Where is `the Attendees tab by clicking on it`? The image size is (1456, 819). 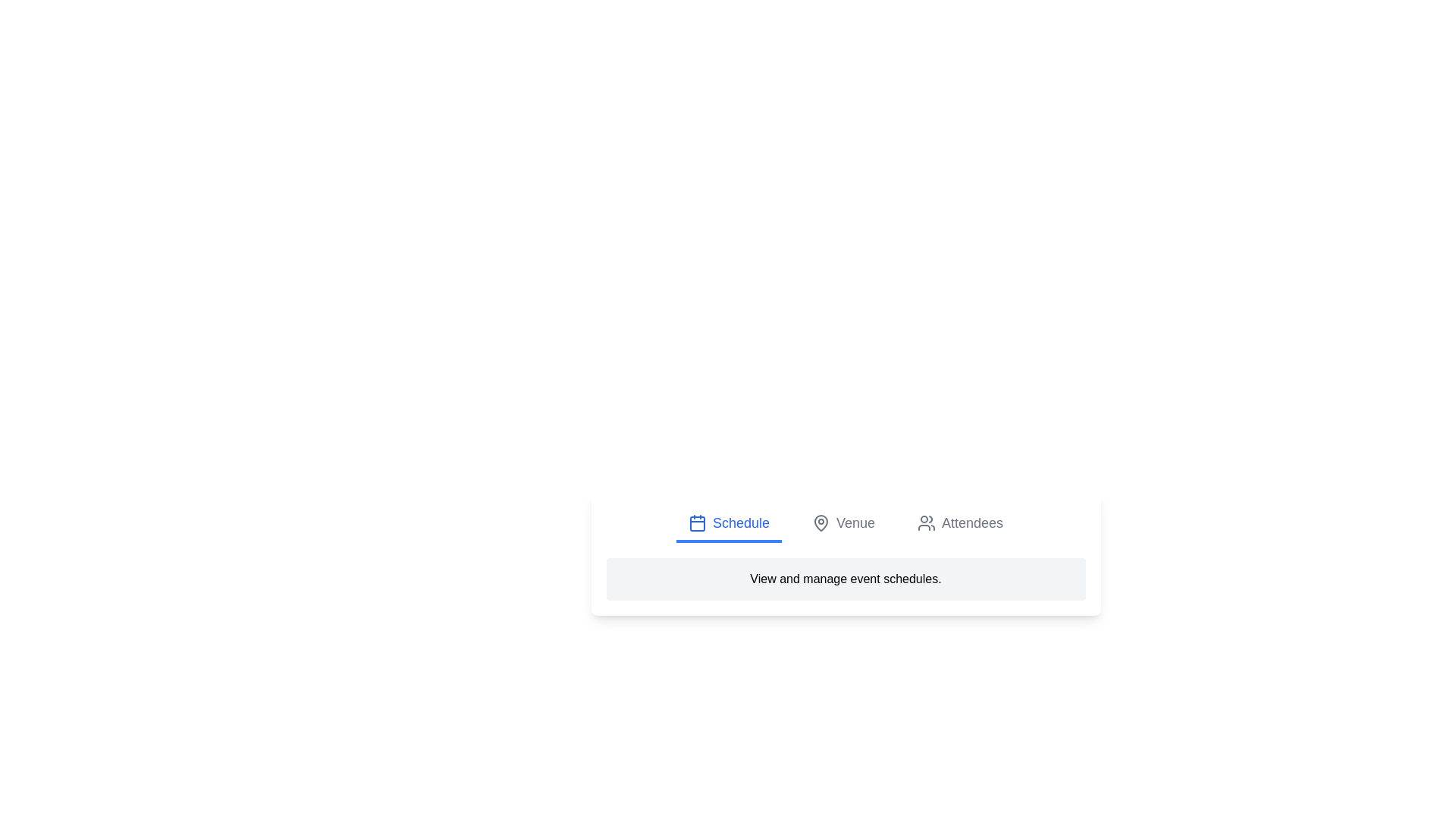 the Attendees tab by clicking on it is located at coordinates (959, 523).